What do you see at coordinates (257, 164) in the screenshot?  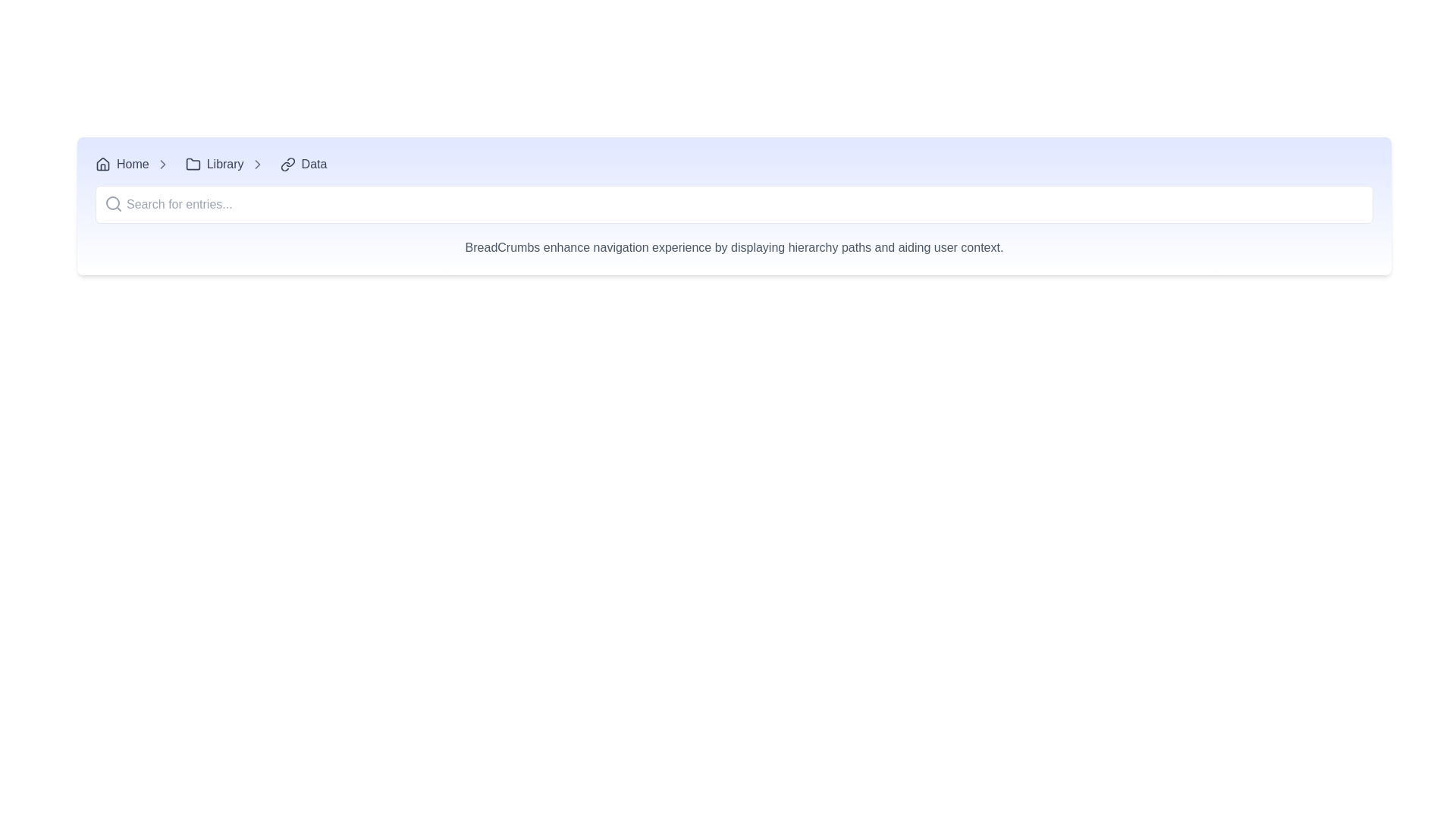 I see `the right-facing chevron icon in the breadcrumb navigation bar, which is positioned between the 'Library' and 'Data' text labels, indicating their hierarchical relationship` at bounding box center [257, 164].